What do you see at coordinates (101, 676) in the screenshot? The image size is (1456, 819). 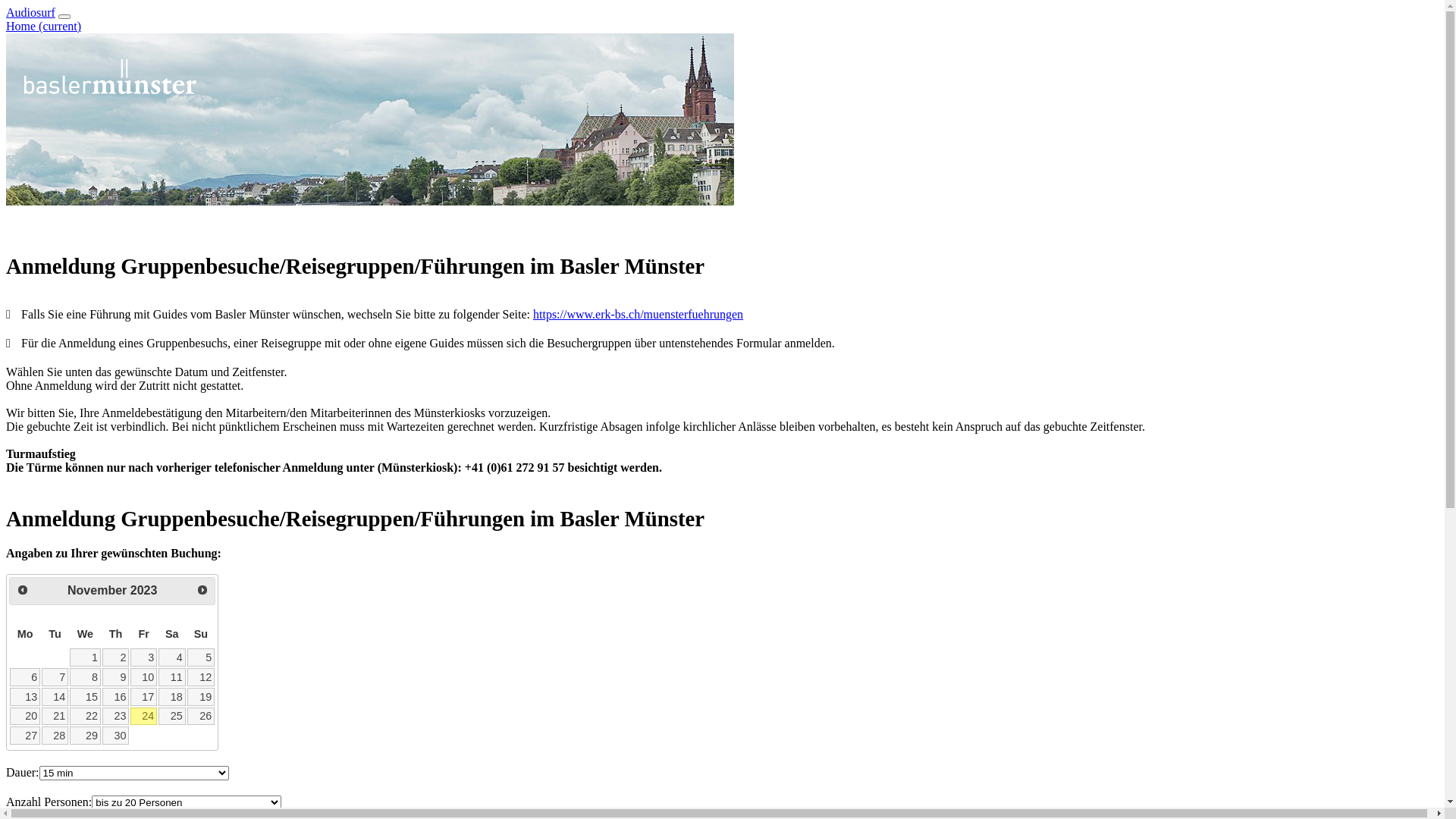 I see `'9'` at bounding box center [101, 676].